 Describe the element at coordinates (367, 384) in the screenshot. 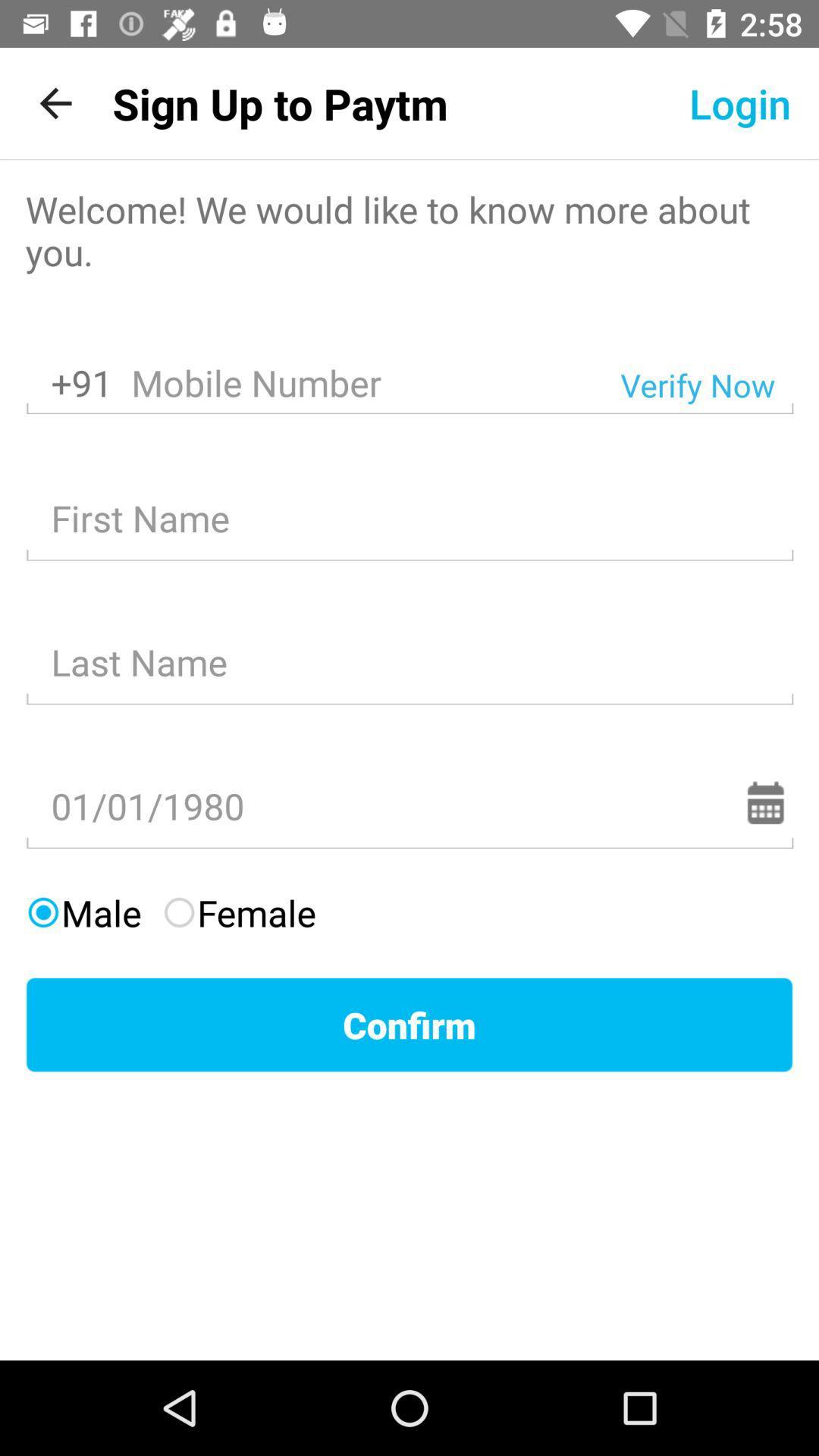

I see `the icon next to the +91 icon` at that location.